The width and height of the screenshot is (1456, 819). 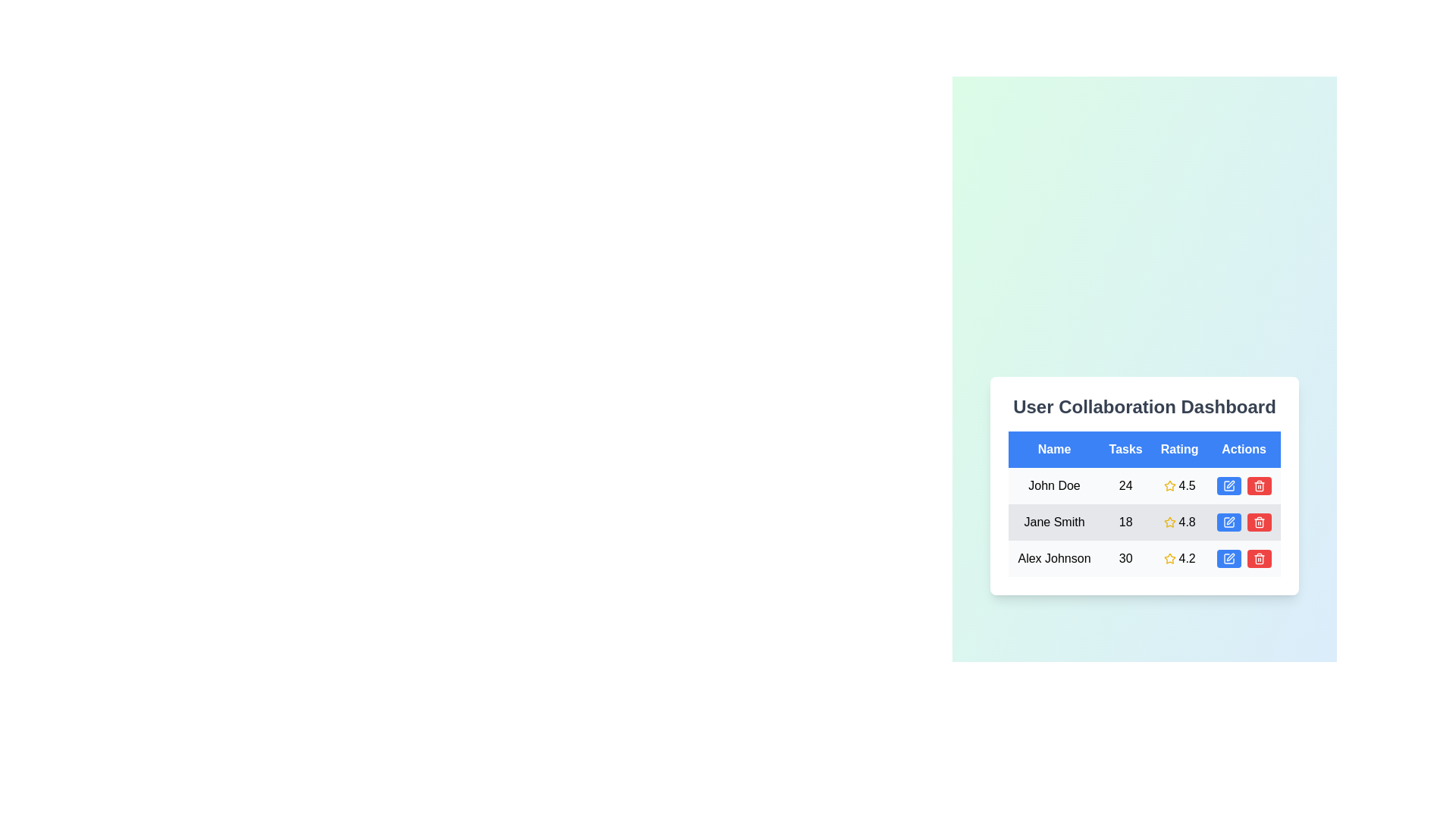 I want to click on the star icon in the 'Rating' column, which is adjacent to the numeric rating value '4.5' for 'John Doe', so click(x=1169, y=485).